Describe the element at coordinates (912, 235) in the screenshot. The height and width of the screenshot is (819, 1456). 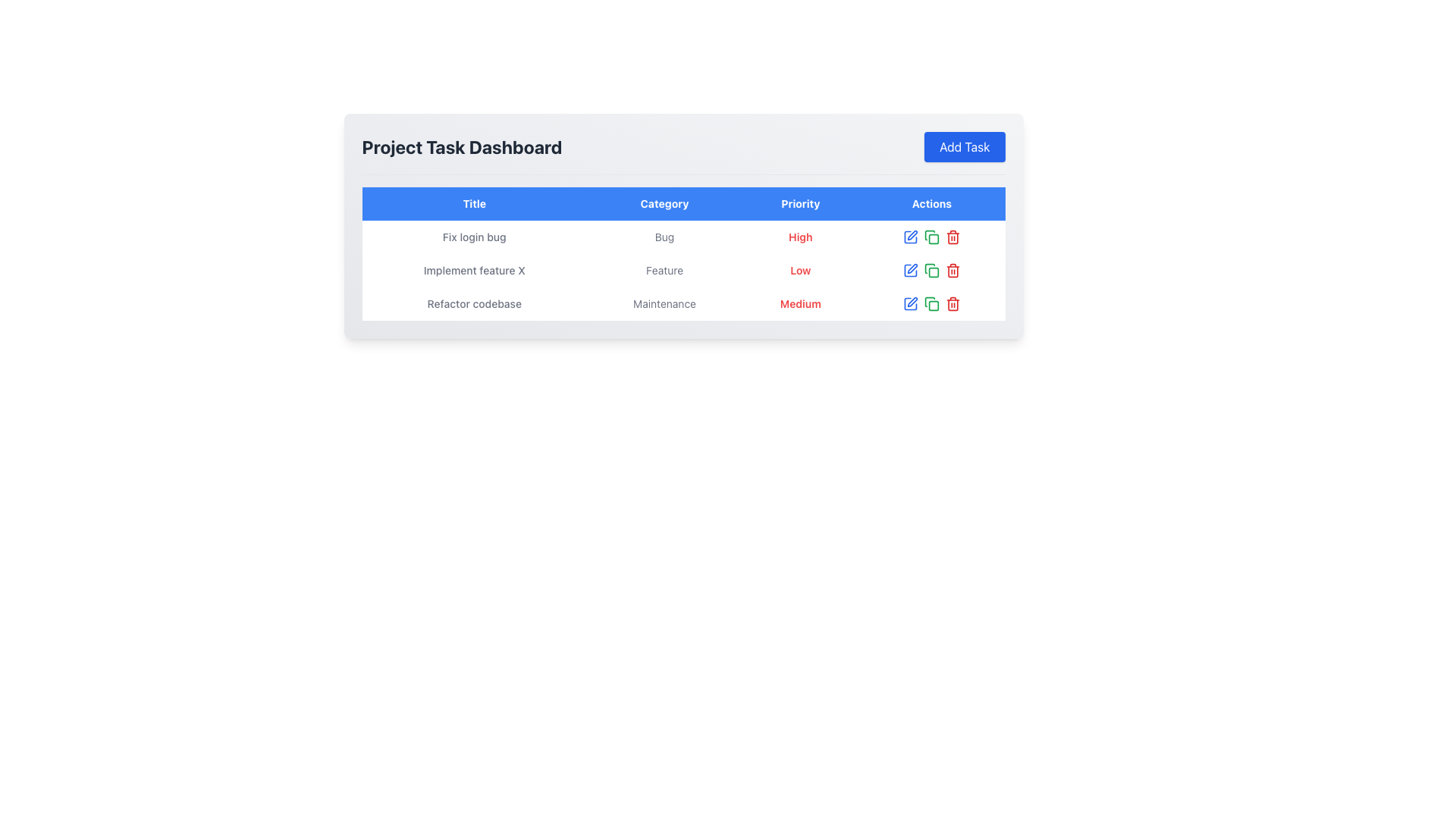
I see `the small pen or edit icon located in the 'Actions' column next to the 'Fix login bug' row to initiate the edit action` at that location.